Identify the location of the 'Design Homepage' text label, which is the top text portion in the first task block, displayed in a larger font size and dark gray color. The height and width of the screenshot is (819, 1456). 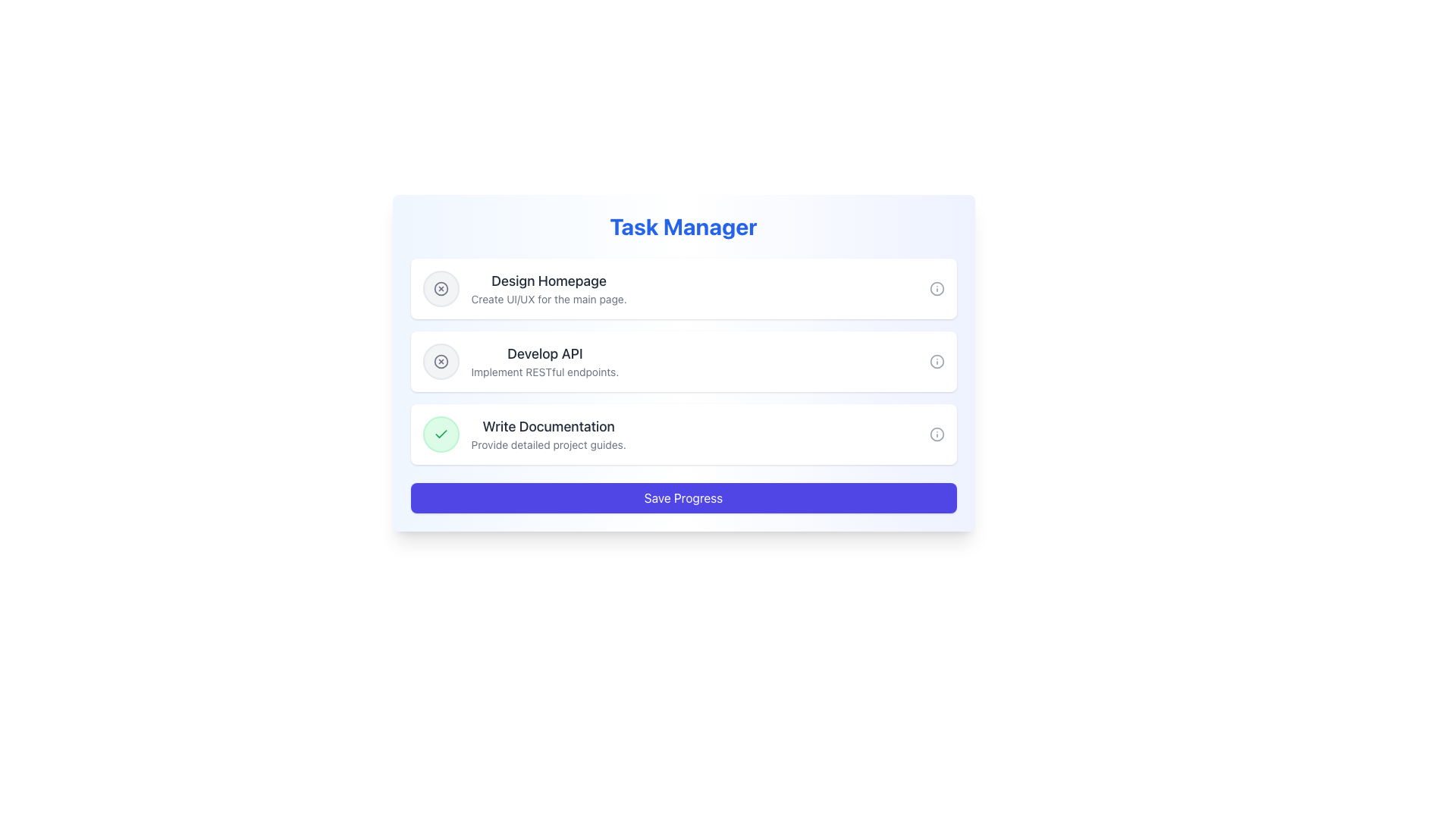
(548, 281).